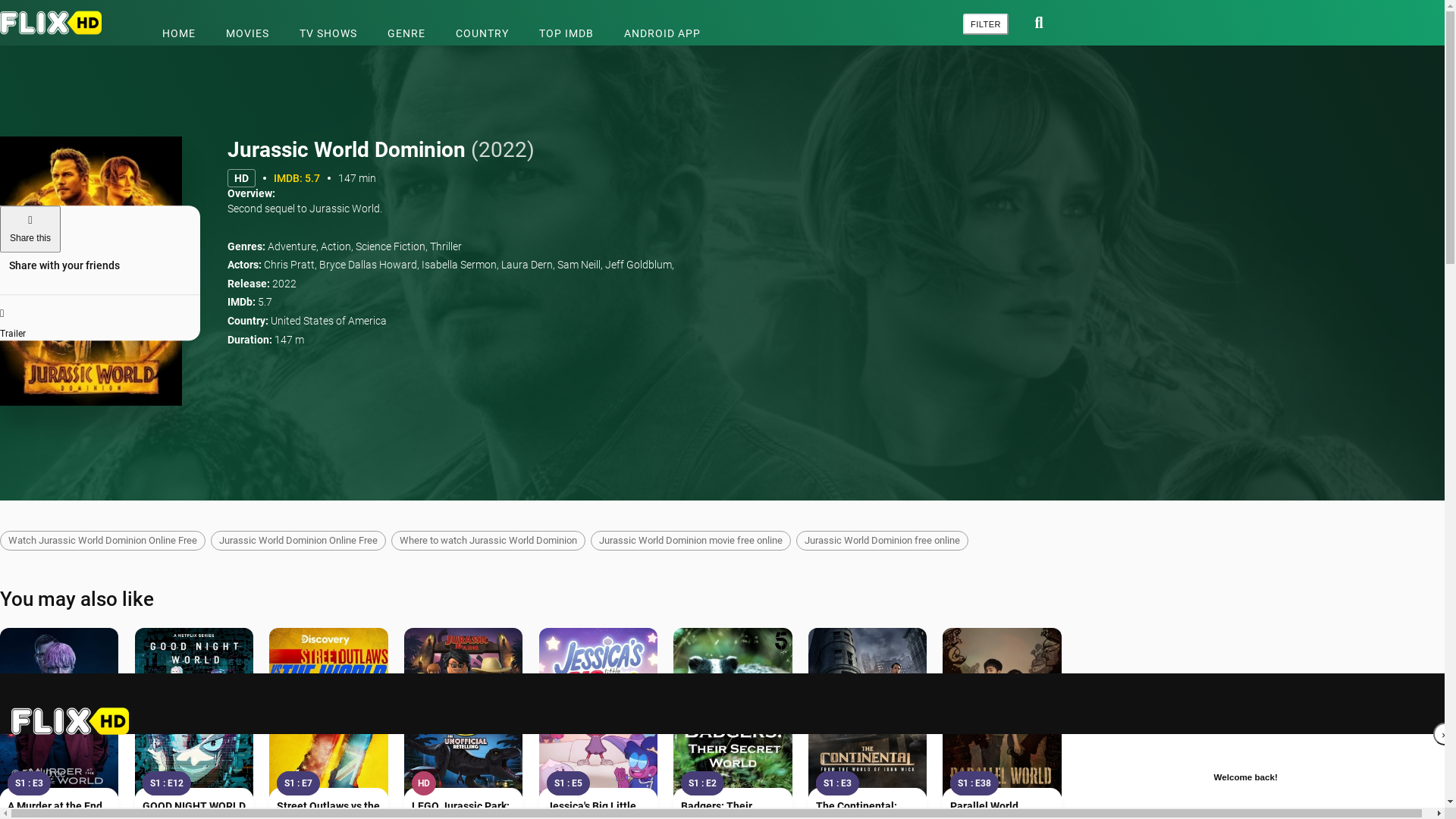 The width and height of the screenshot is (1456, 819). Describe the element at coordinates (268, 245) in the screenshot. I see `'Adventure'` at that location.